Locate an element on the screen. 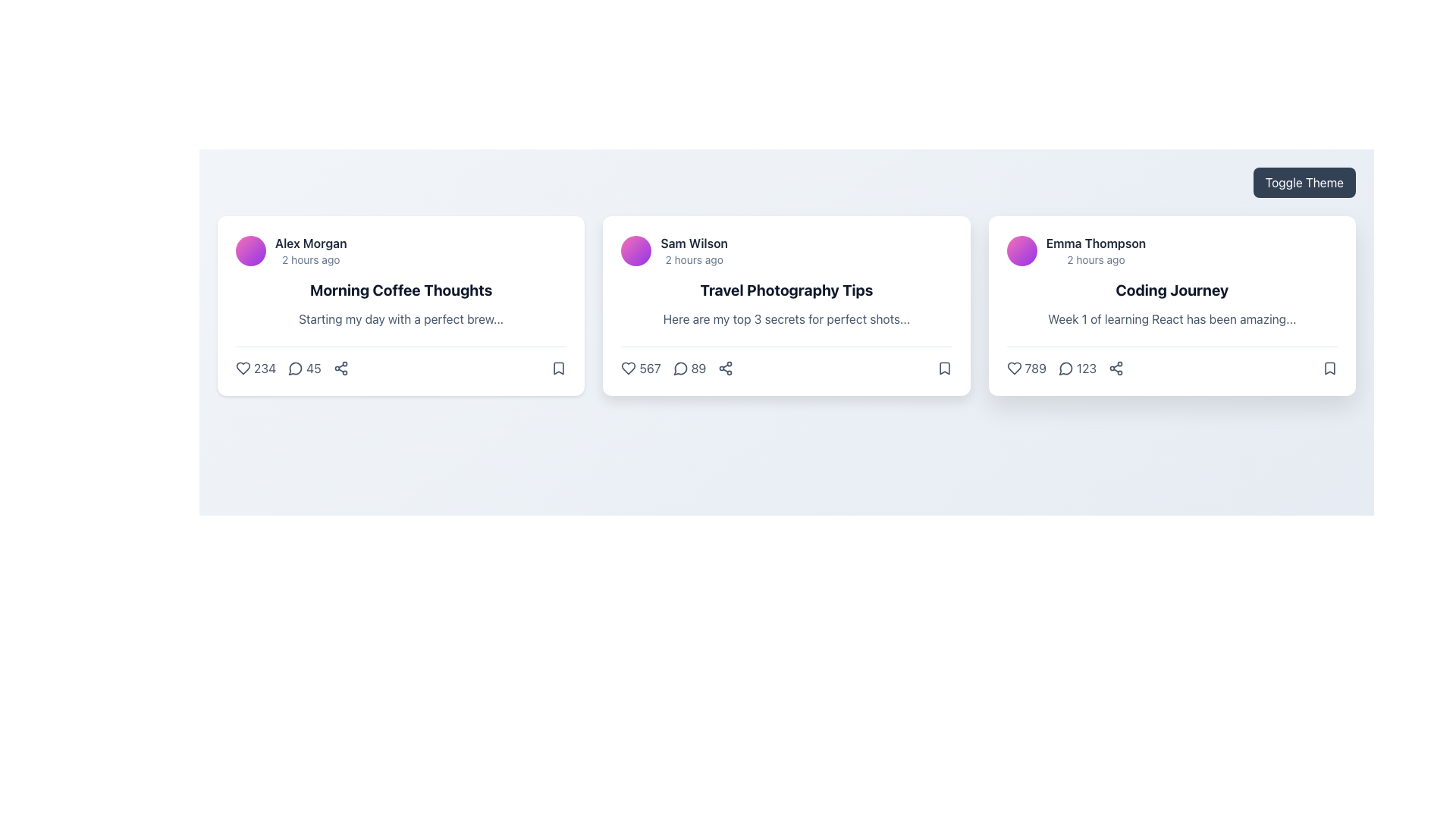 The width and height of the screenshot is (1456, 819). the speech bubble icon located in the lower section of the first card, which is to the right of the heart icon and number '234', and directly to the left of the number '45' is located at coordinates (296, 369).